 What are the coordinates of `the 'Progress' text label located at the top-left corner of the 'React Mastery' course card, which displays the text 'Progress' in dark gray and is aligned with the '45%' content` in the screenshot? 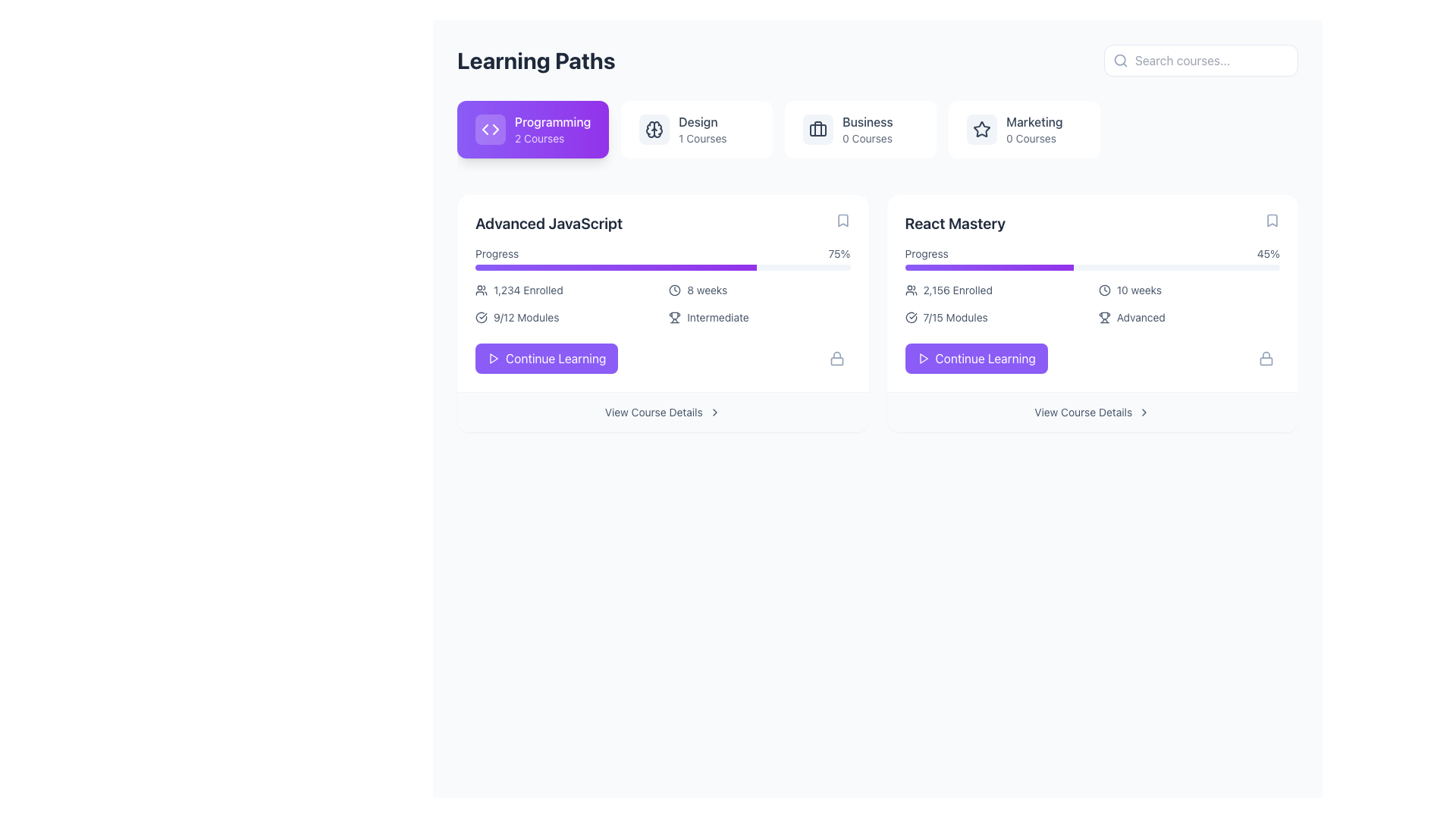 It's located at (926, 253).